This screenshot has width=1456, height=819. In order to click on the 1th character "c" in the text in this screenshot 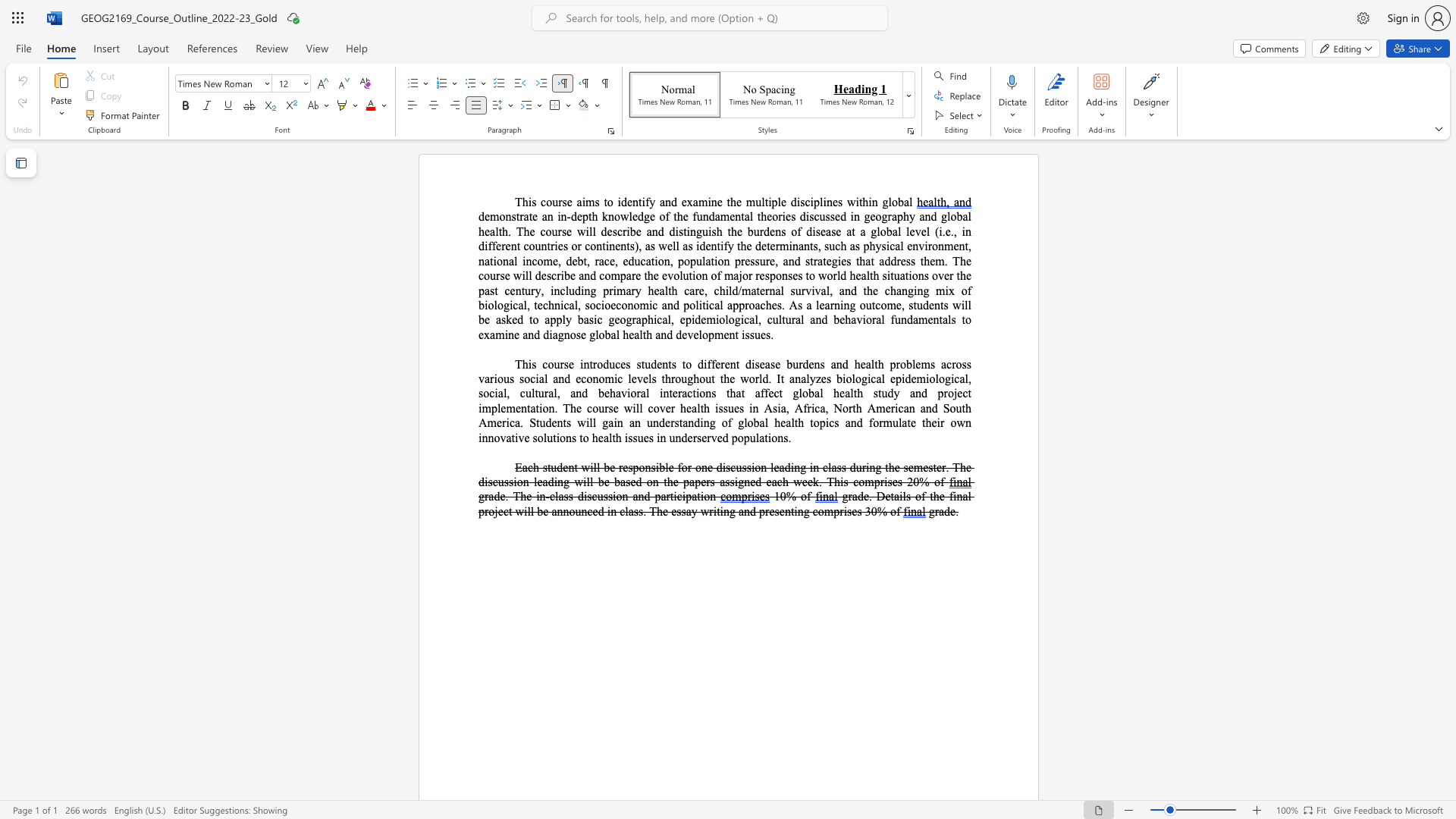, I will do `click(530, 466)`.